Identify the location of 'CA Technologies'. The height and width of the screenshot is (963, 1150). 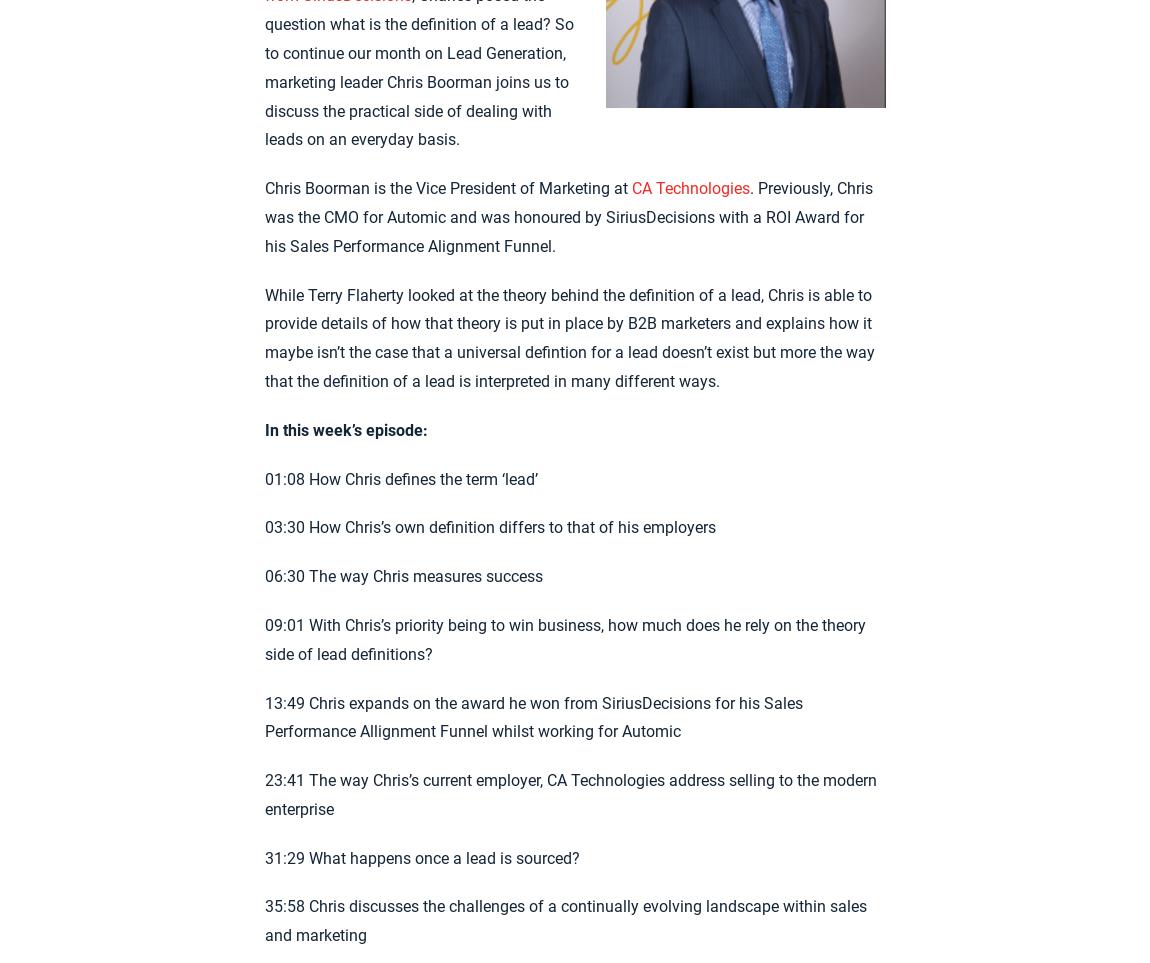
(689, 187).